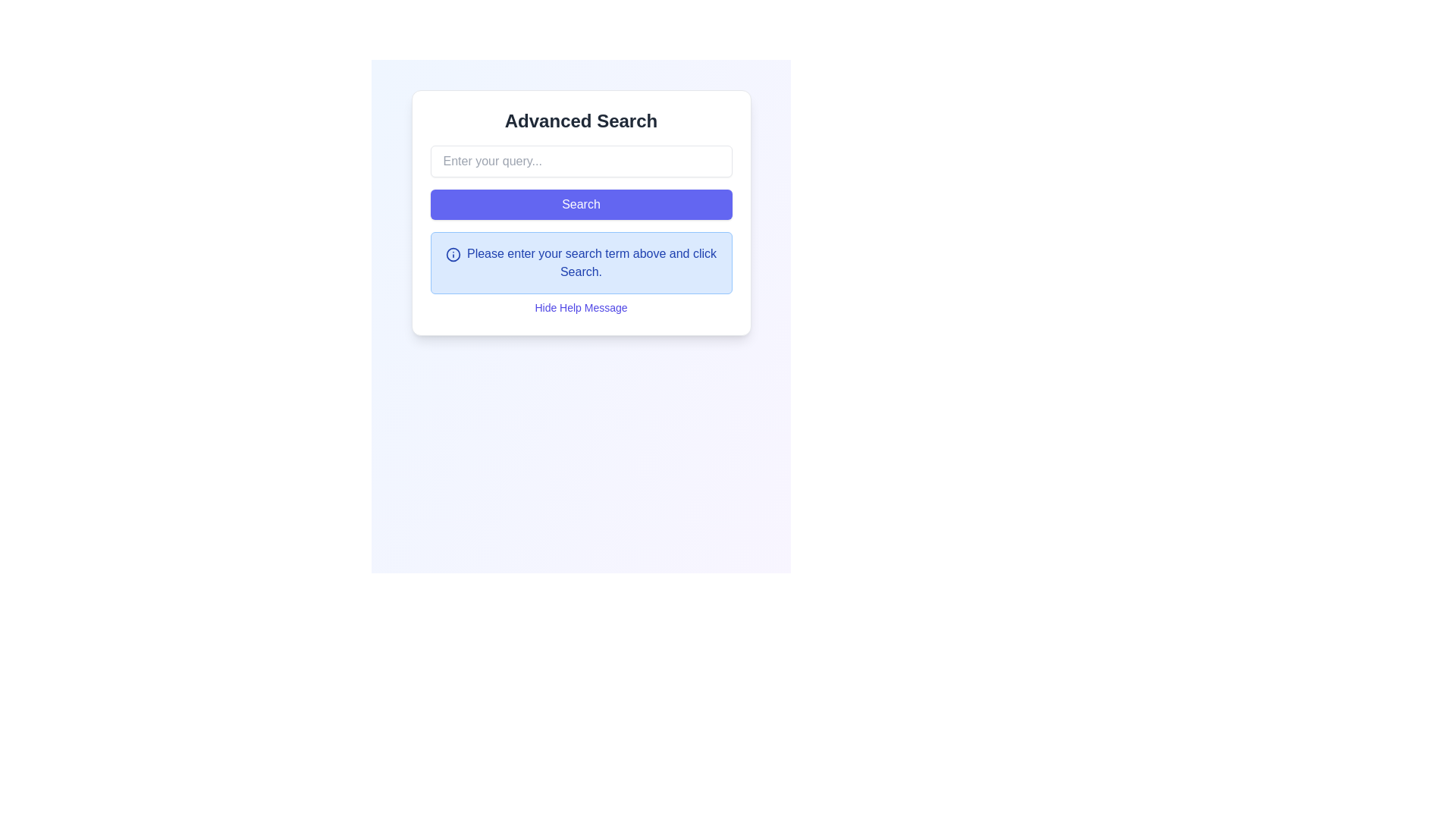 This screenshot has width=1456, height=819. What do you see at coordinates (580, 120) in the screenshot?
I see `the 'Advanced Search' text label, which is a prominent heading styled with a larger font size and bold weight at the top of a card-like layout` at bounding box center [580, 120].